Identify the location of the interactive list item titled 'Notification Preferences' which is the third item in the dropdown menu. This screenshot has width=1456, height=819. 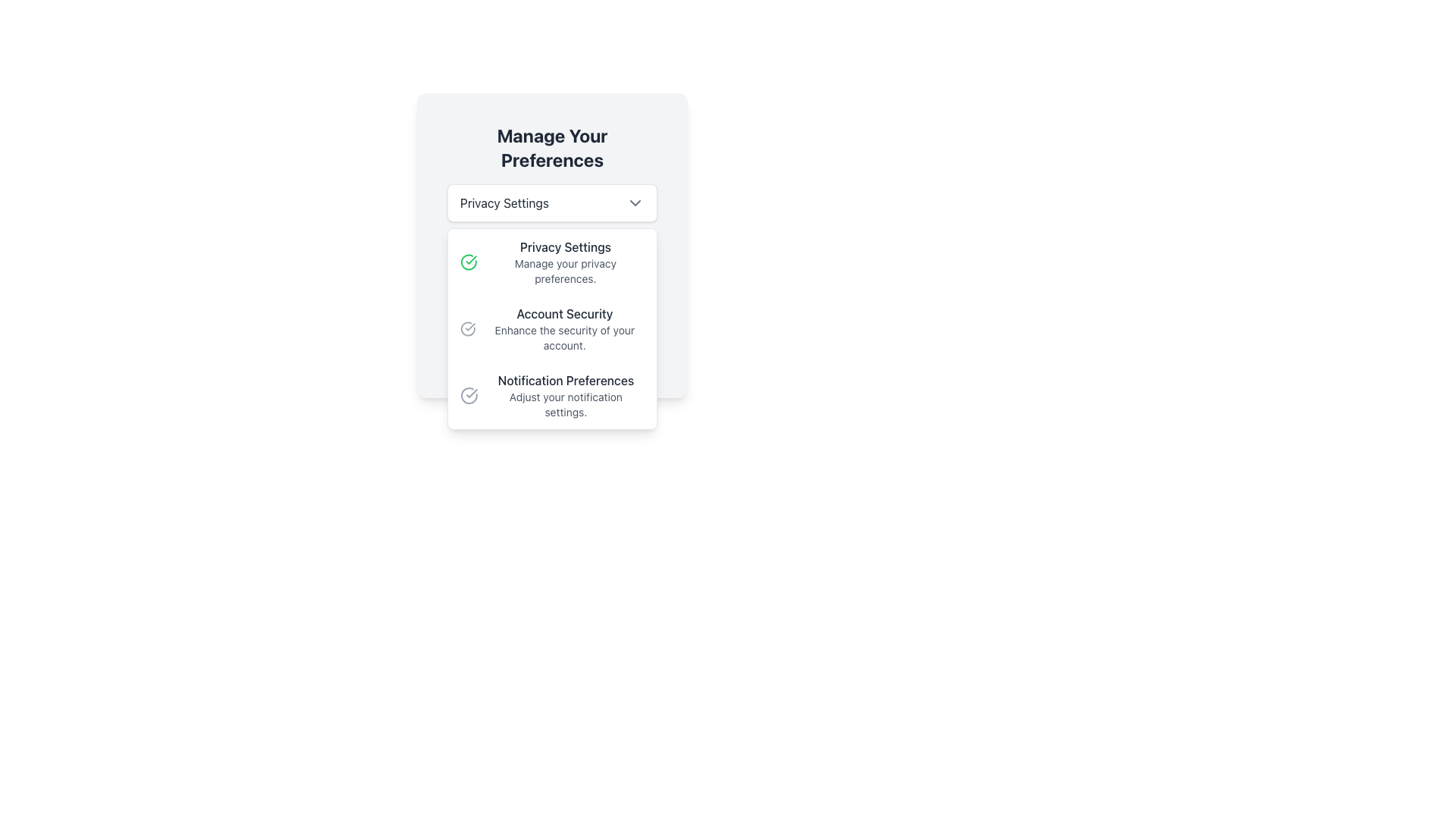
(551, 394).